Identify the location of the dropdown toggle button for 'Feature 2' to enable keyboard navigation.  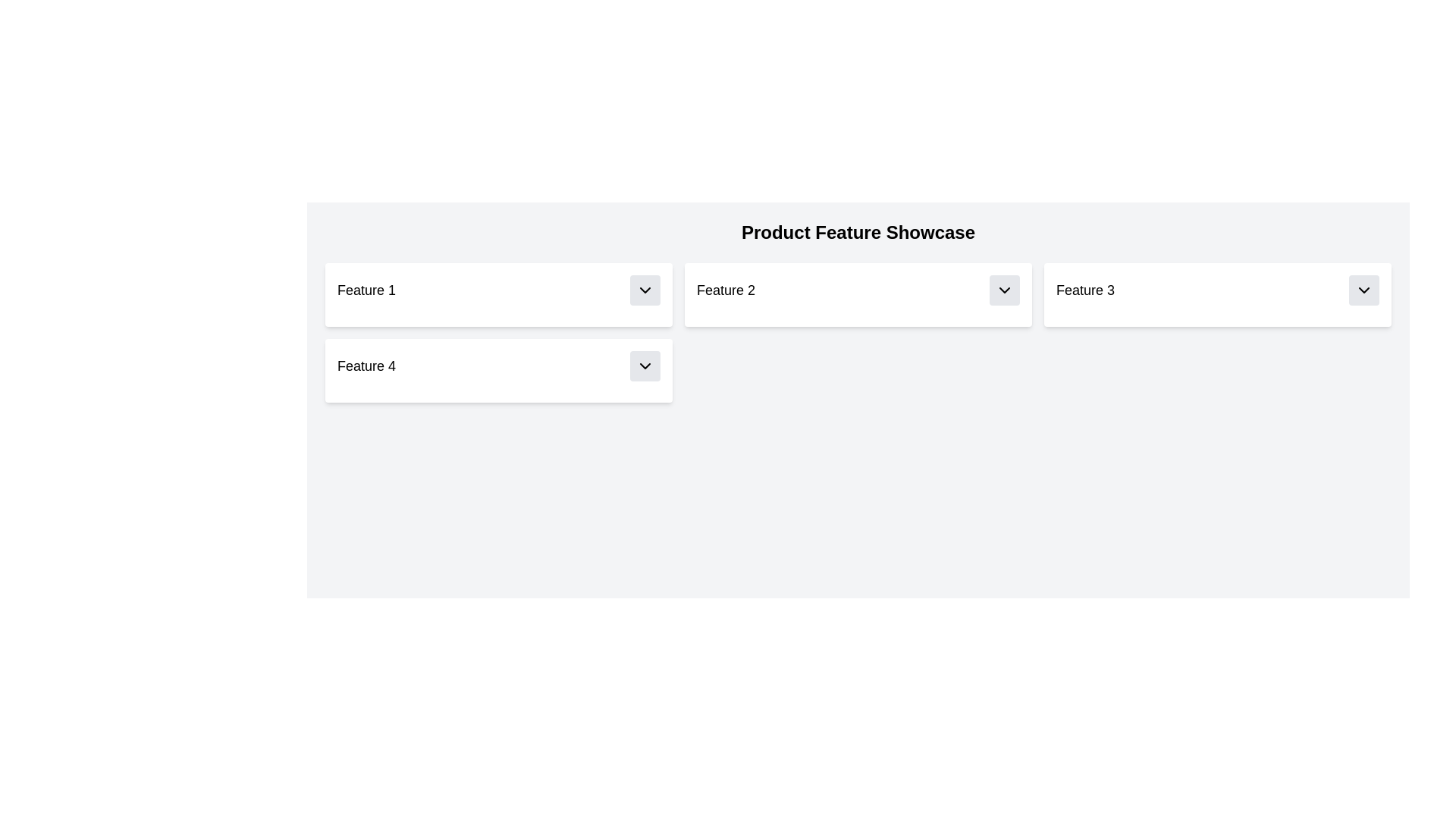
(1004, 290).